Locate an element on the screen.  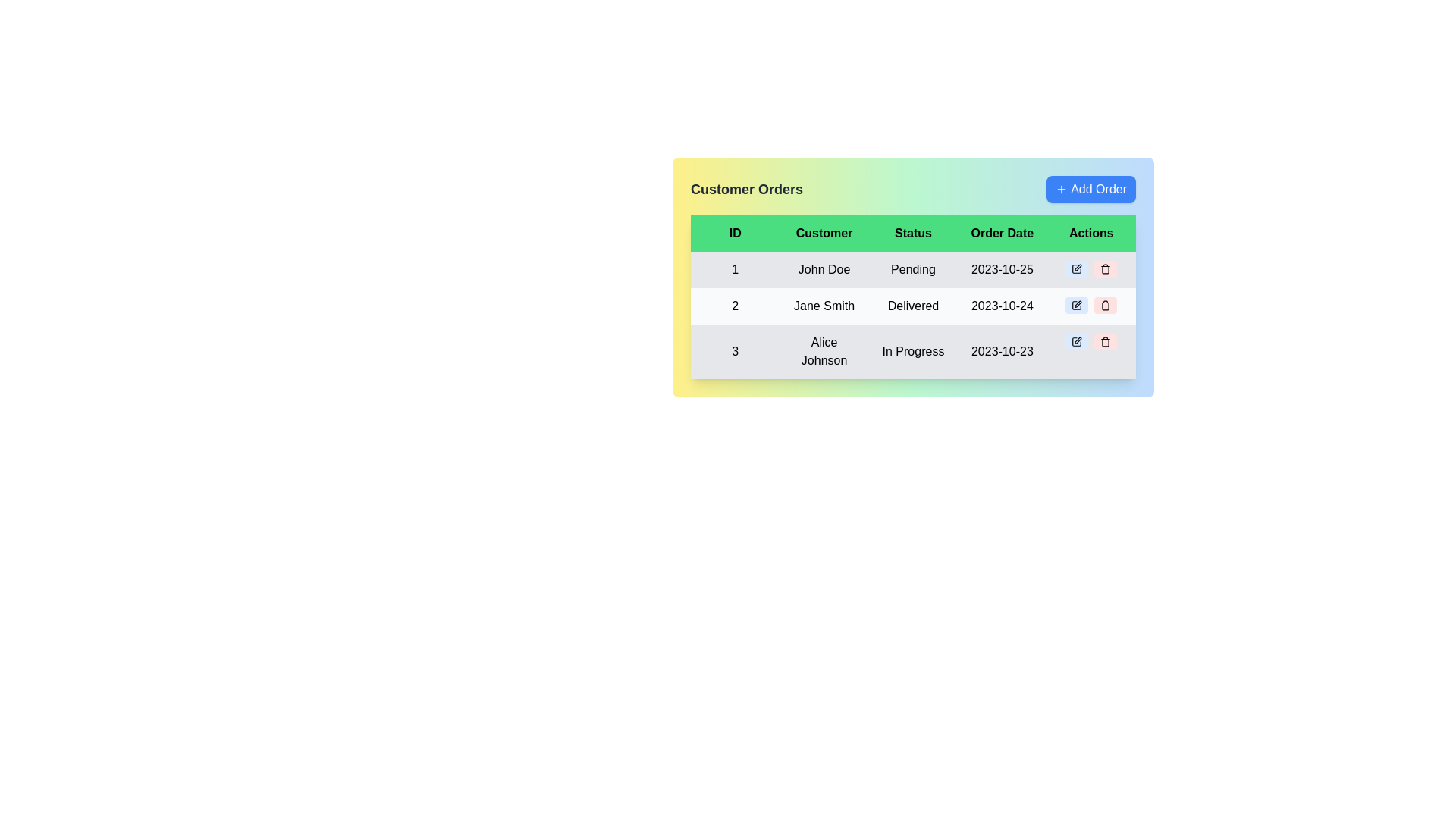
the table cell containing the name 'Alice Johnson' in the third row under the 'Customer' column is located at coordinates (824, 351).